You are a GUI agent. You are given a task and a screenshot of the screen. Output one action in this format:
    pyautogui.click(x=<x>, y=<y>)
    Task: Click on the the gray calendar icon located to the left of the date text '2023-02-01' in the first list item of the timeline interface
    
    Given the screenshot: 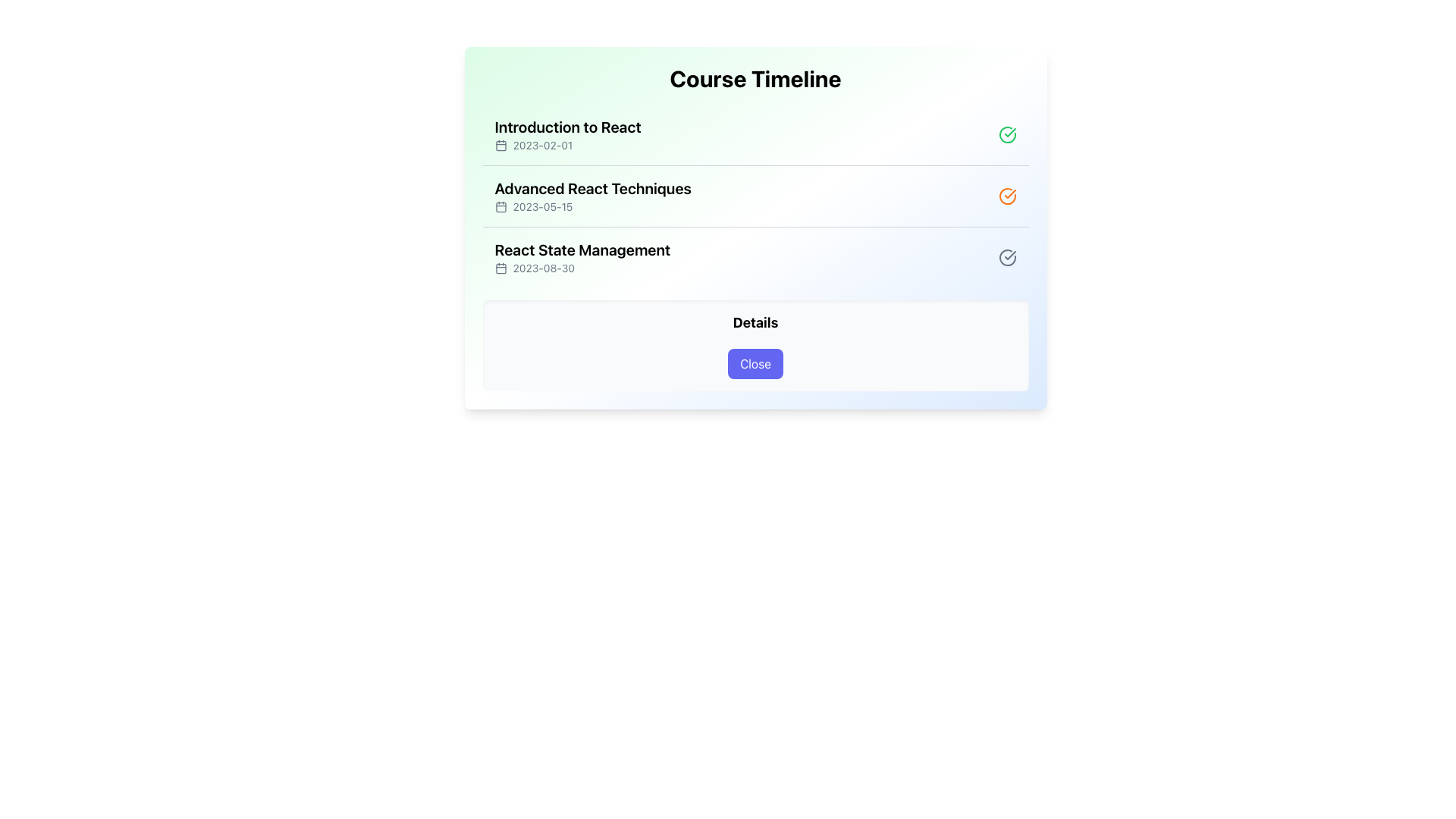 What is the action you would take?
    pyautogui.click(x=500, y=146)
    